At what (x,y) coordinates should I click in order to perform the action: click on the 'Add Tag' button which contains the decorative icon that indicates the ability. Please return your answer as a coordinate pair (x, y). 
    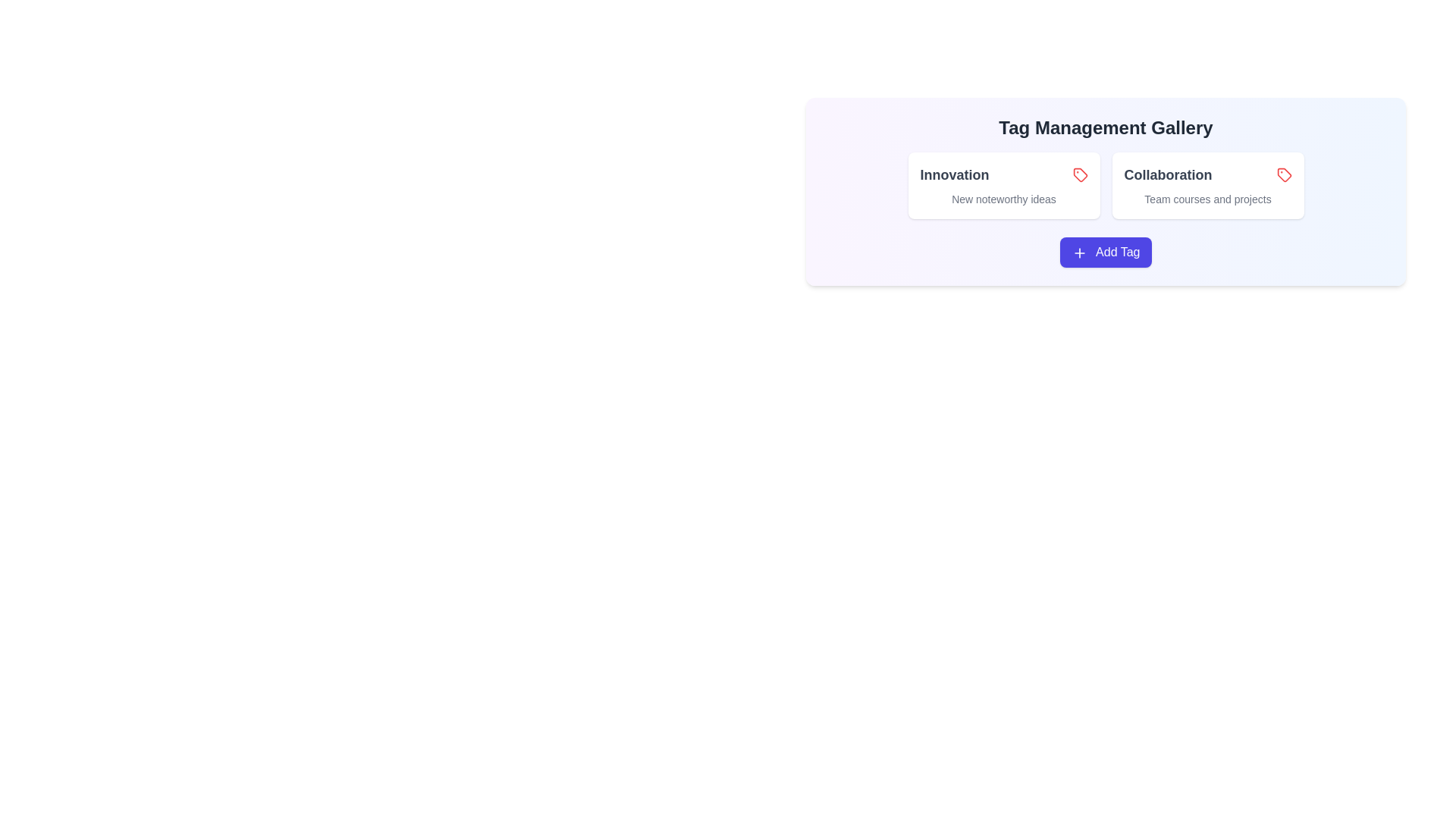
    Looking at the image, I should click on (1078, 252).